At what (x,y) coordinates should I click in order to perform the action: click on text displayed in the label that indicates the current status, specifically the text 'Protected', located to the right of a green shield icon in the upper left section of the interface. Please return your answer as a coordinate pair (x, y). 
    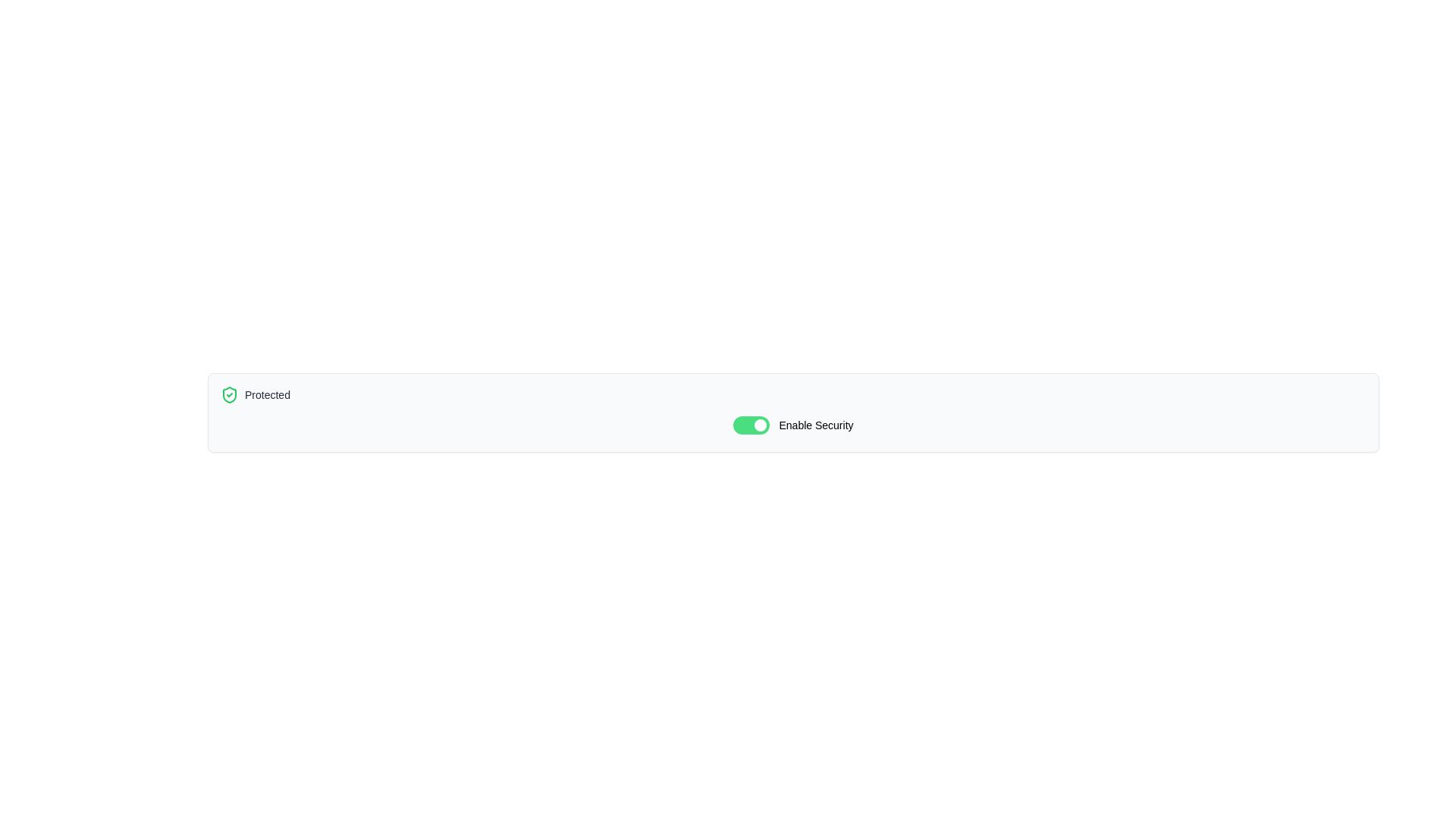
    Looking at the image, I should click on (267, 394).